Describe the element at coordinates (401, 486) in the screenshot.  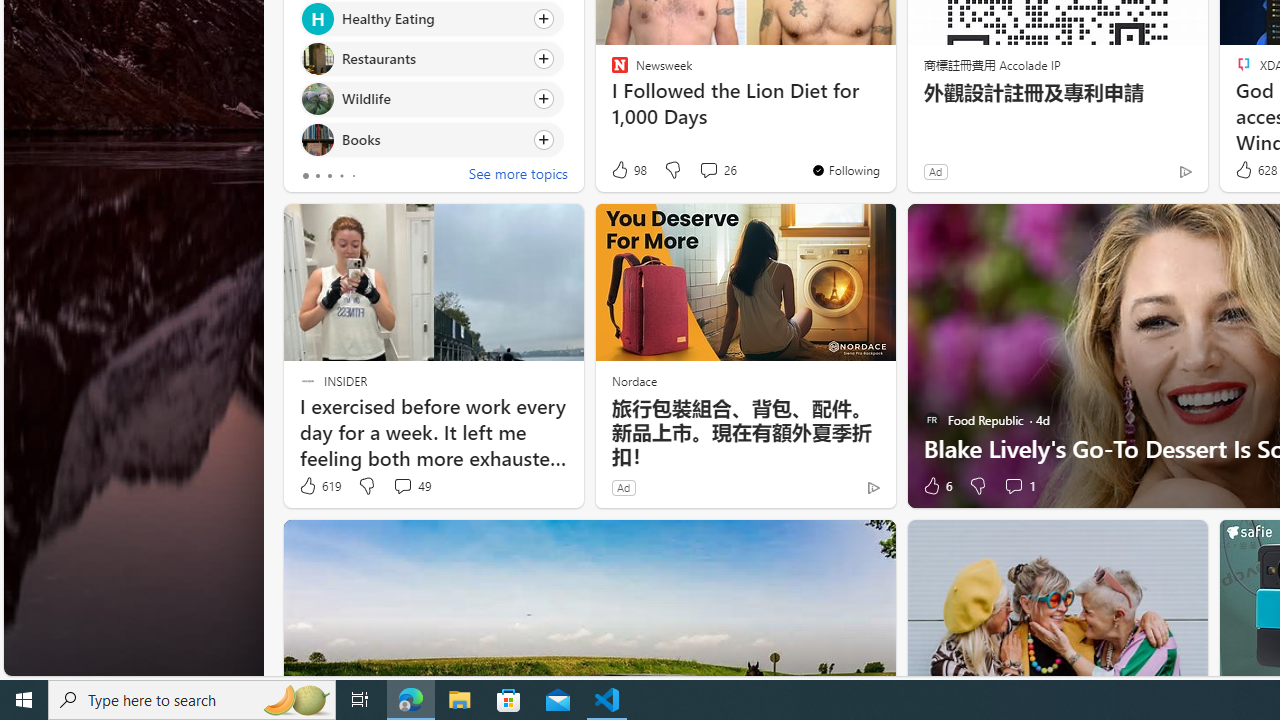
I see `'View comments 49 Comment'` at that location.